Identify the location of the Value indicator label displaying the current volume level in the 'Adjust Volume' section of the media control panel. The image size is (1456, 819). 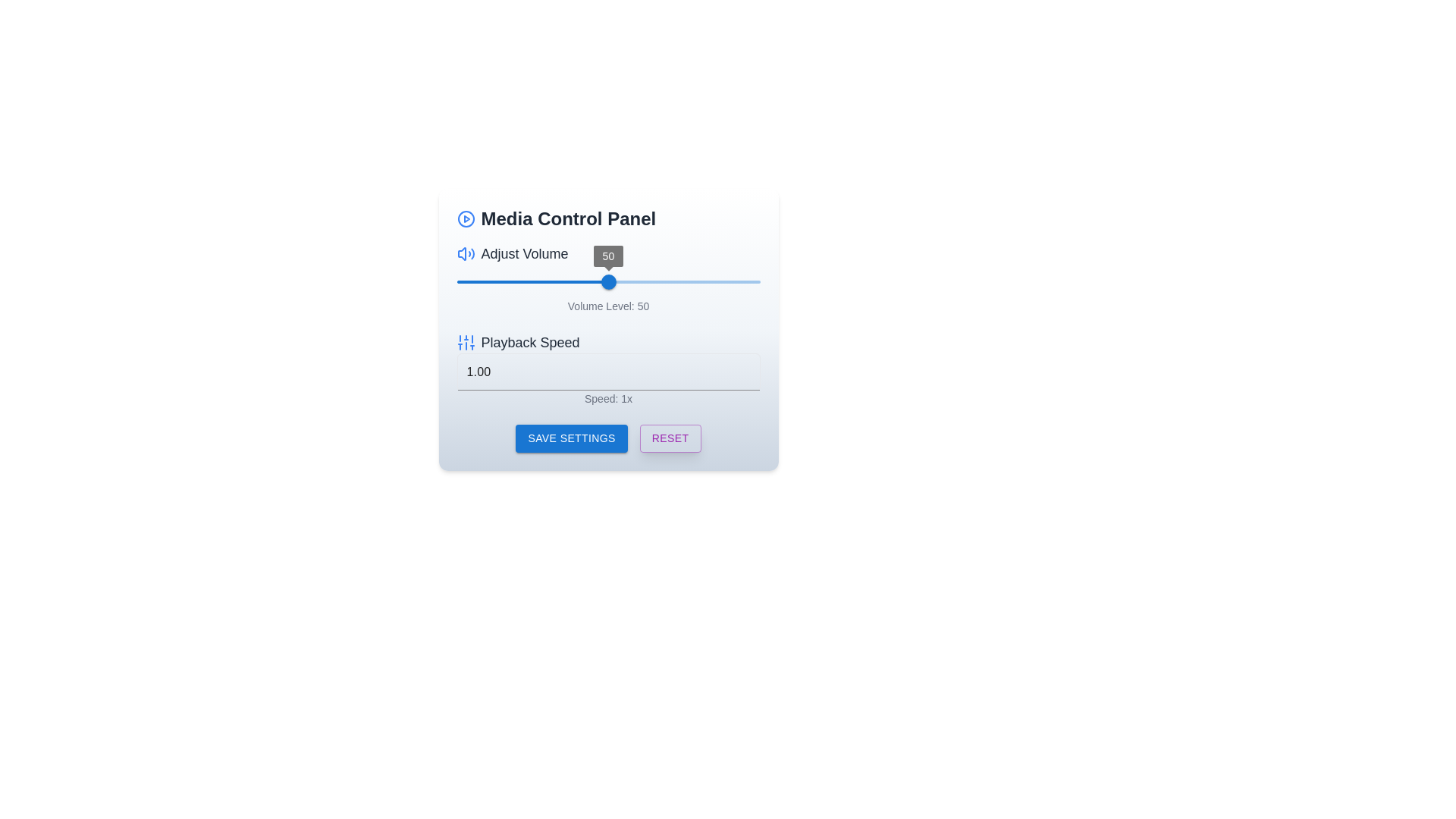
(608, 256).